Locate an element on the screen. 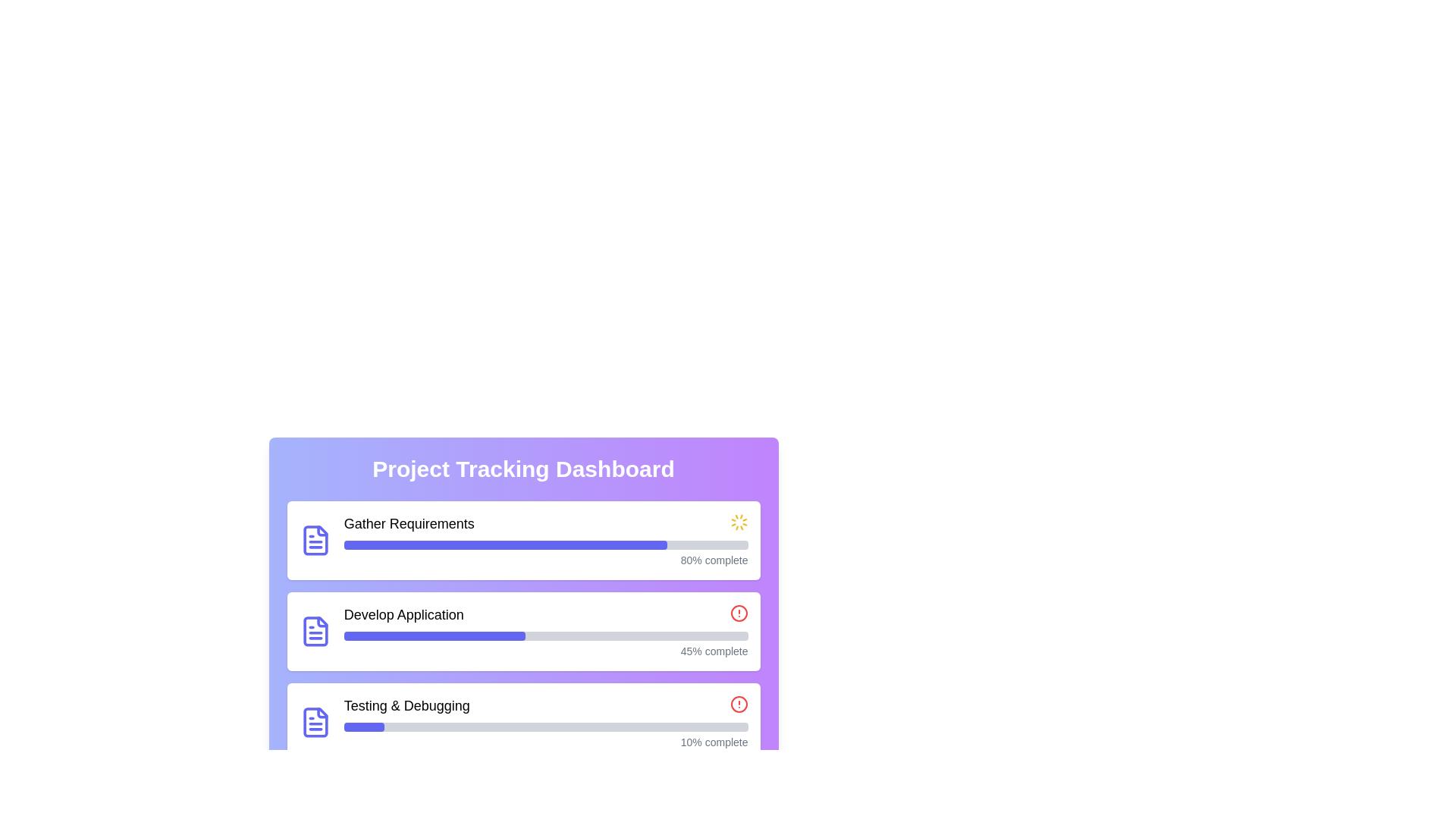 The height and width of the screenshot is (819, 1456). the progress bar indicating 80% completion of the 'Gather Requirements' task in the project tracking dashboard is located at coordinates (546, 544).